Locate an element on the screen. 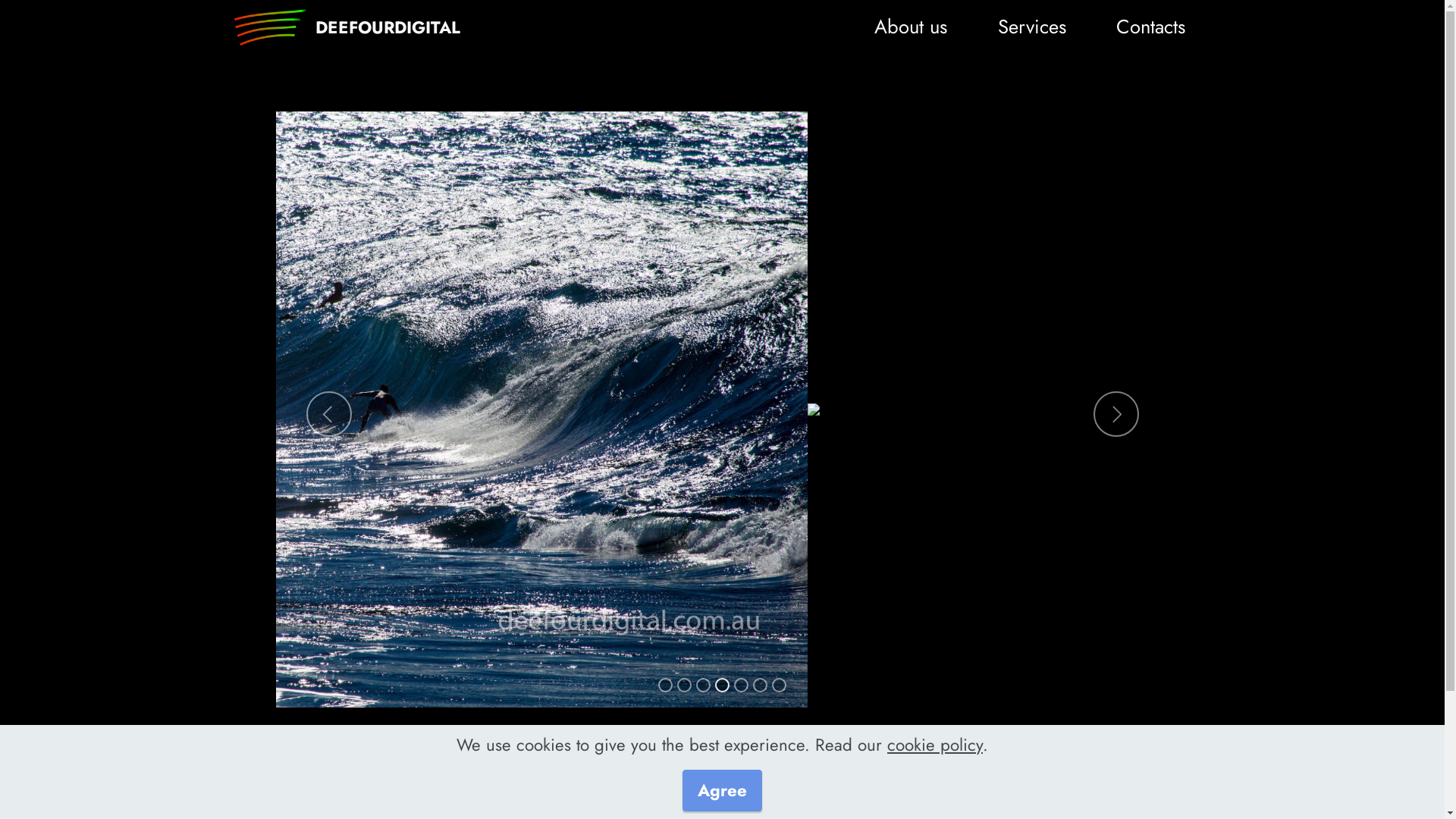  'Next' is located at coordinates (1093, 414).